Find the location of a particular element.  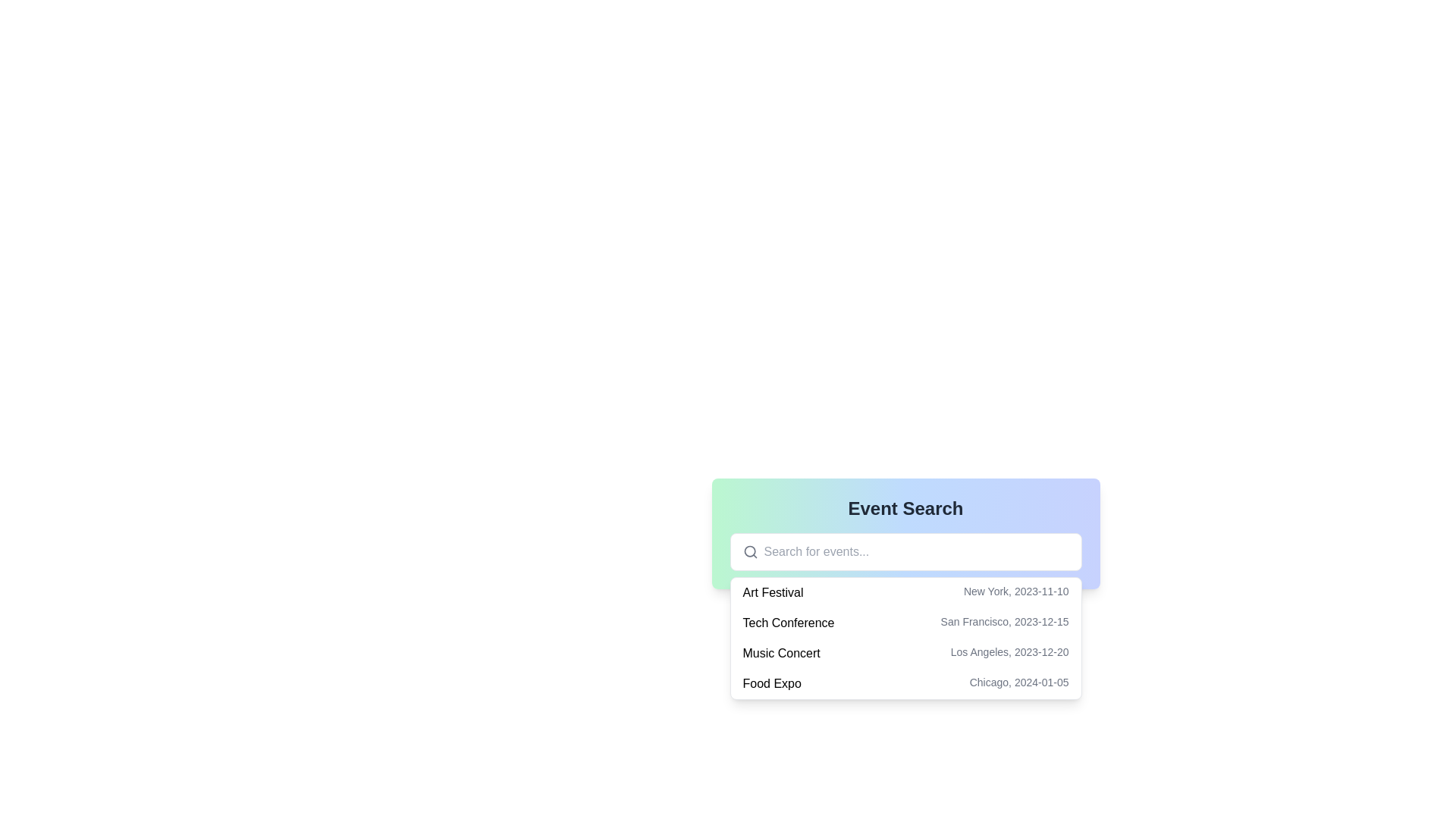

the textual component displaying 'San Francisco, 2023-12-15', which is positioned below the heading 'Event Search' and to the right of 'Tech Conference' is located at coordinates (1004, 623).